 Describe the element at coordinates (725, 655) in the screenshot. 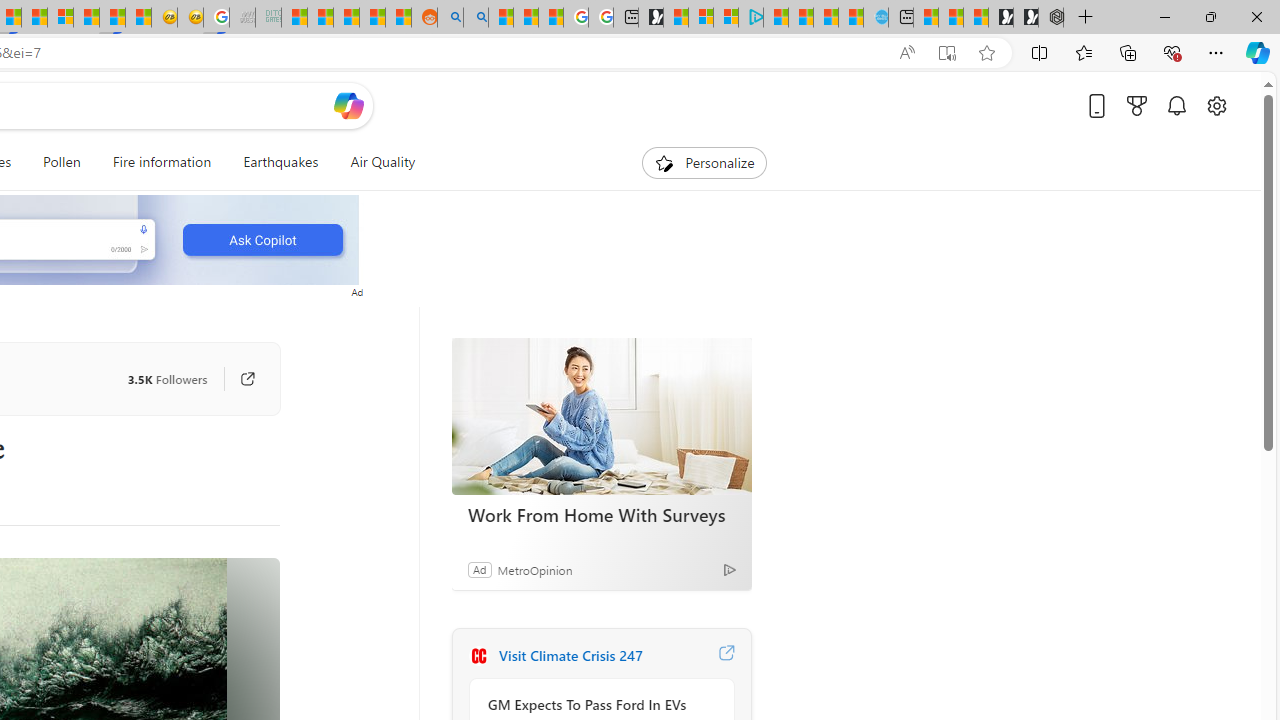

I see `'Visit Climate Crisis 247 website'` at that location.